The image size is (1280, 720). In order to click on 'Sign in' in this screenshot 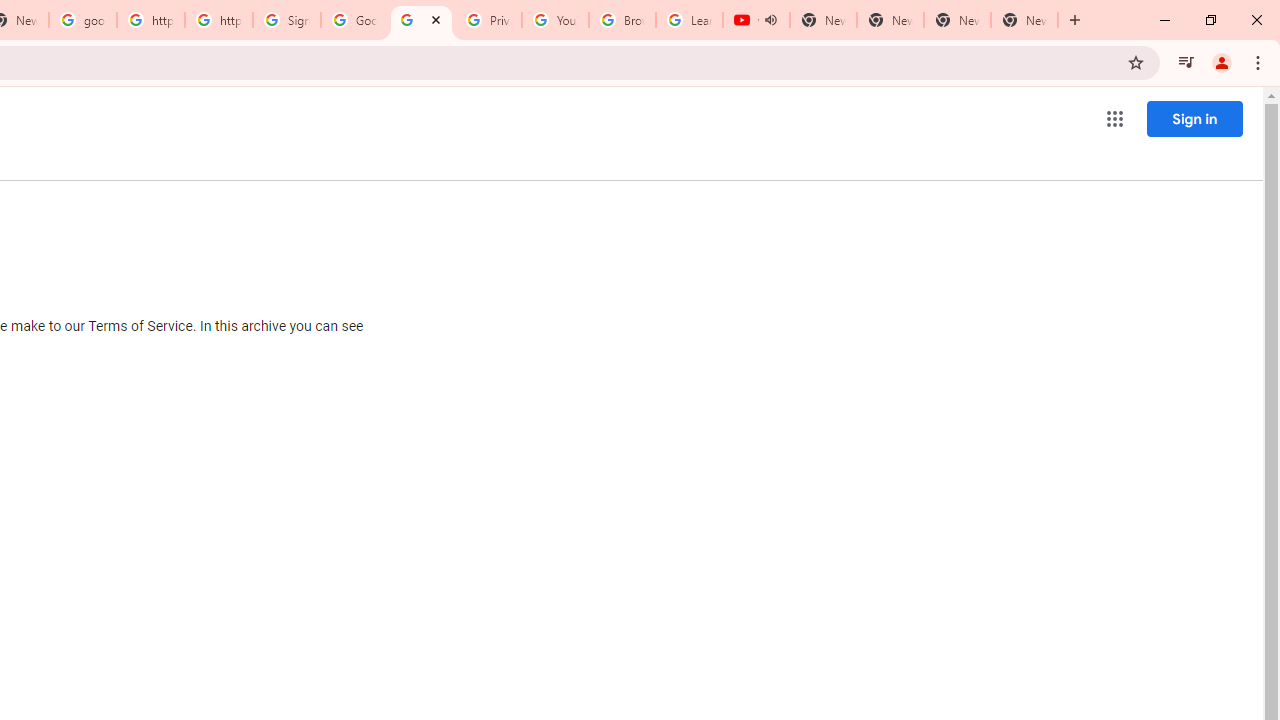, I will do `click(1194, 118)`.